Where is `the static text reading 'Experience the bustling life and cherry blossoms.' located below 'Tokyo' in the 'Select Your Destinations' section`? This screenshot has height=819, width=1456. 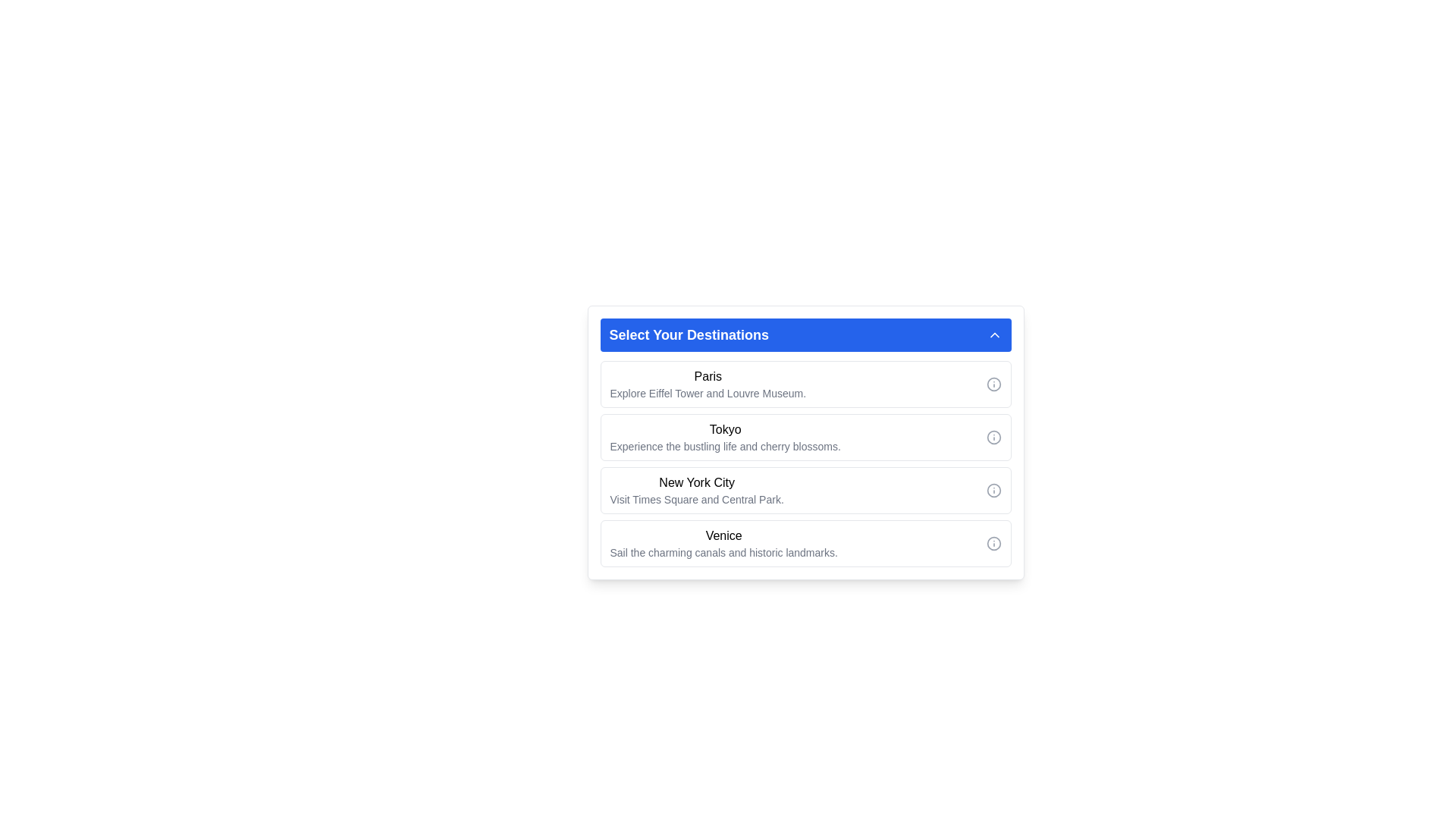
the static text reading 'Experience the bustling life and cherry blossoms.' located below 'Tokyo' in the 'Select Your Destinations' section is located at coordinates (724, 446).